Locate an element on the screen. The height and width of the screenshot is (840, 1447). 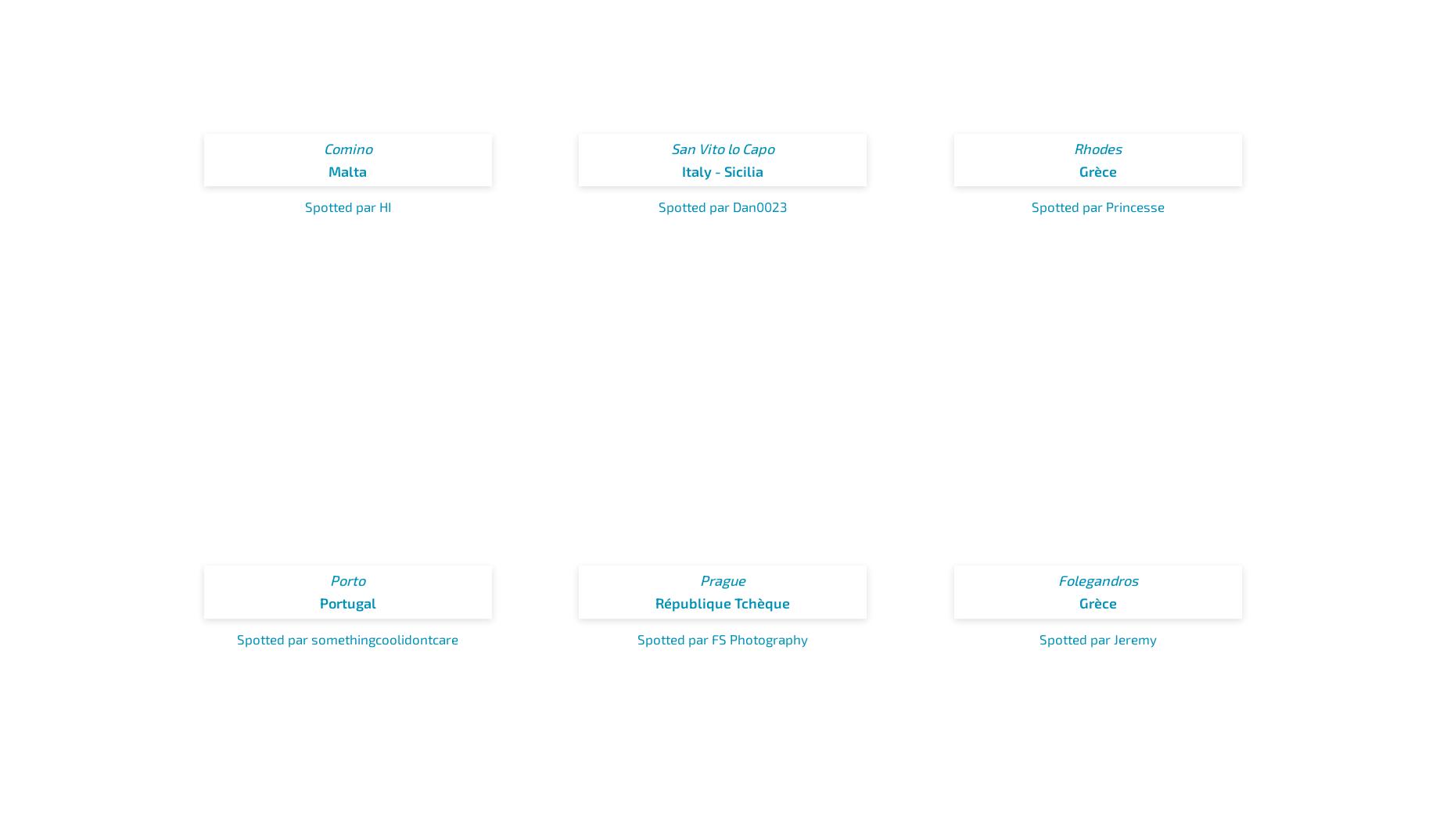
'Rhodes' is located at coordinates (1097, 148).